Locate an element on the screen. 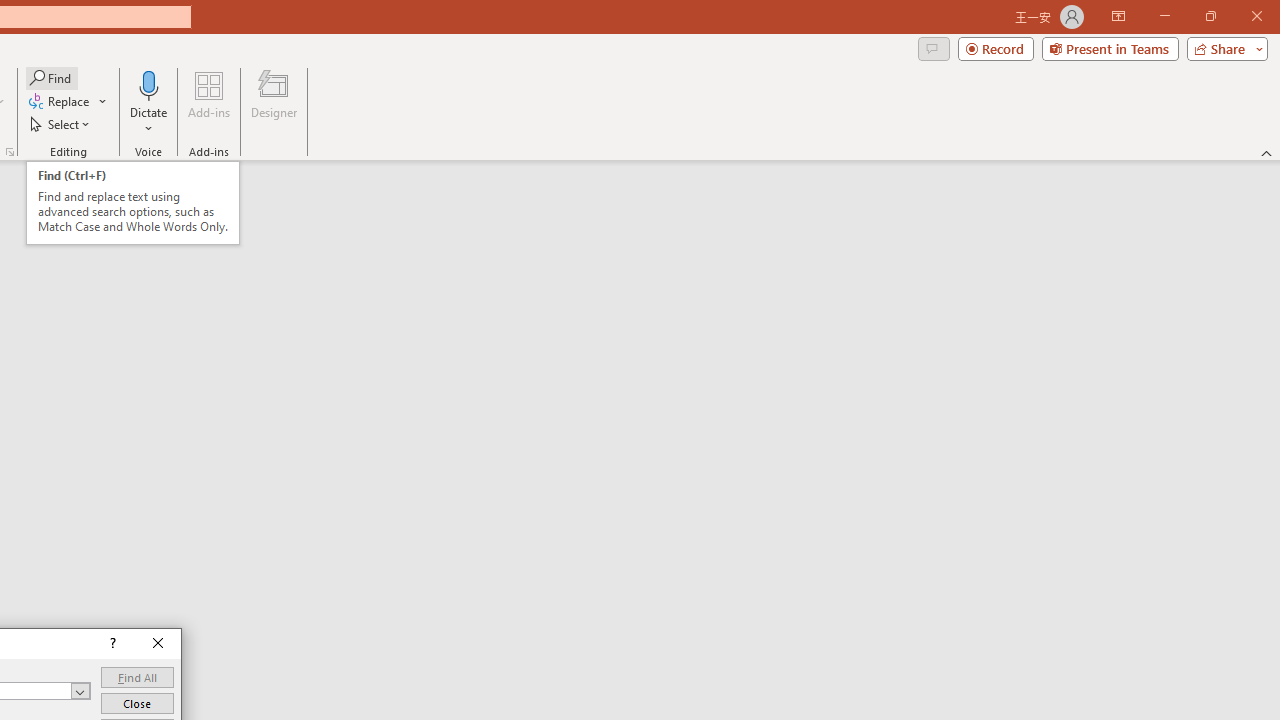 The height and width of the screenshot is (720, 1280). 'Find All' is located at coordinates (136, 676).